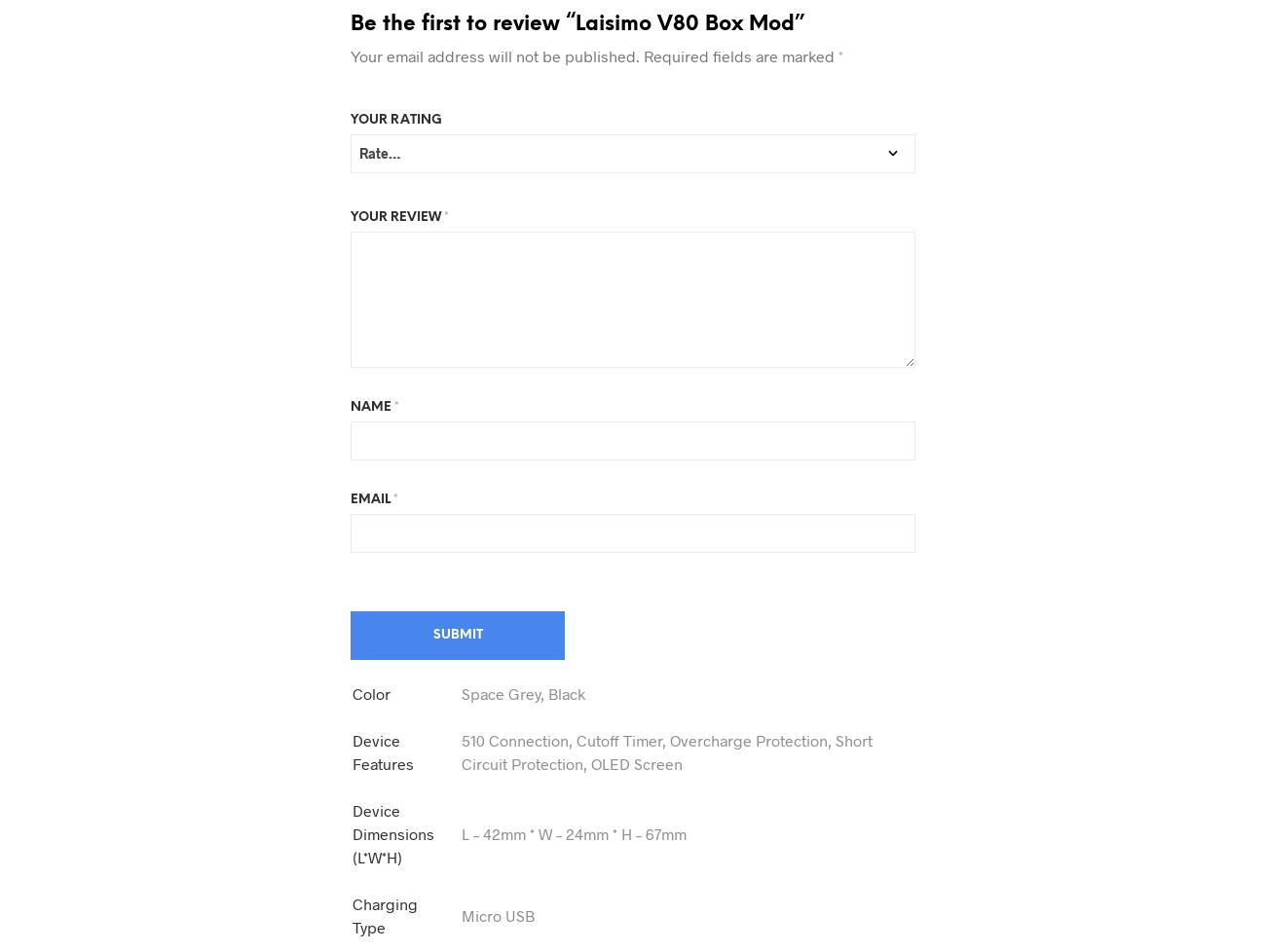  I want to click on 'Your rating', so click(396, 119).